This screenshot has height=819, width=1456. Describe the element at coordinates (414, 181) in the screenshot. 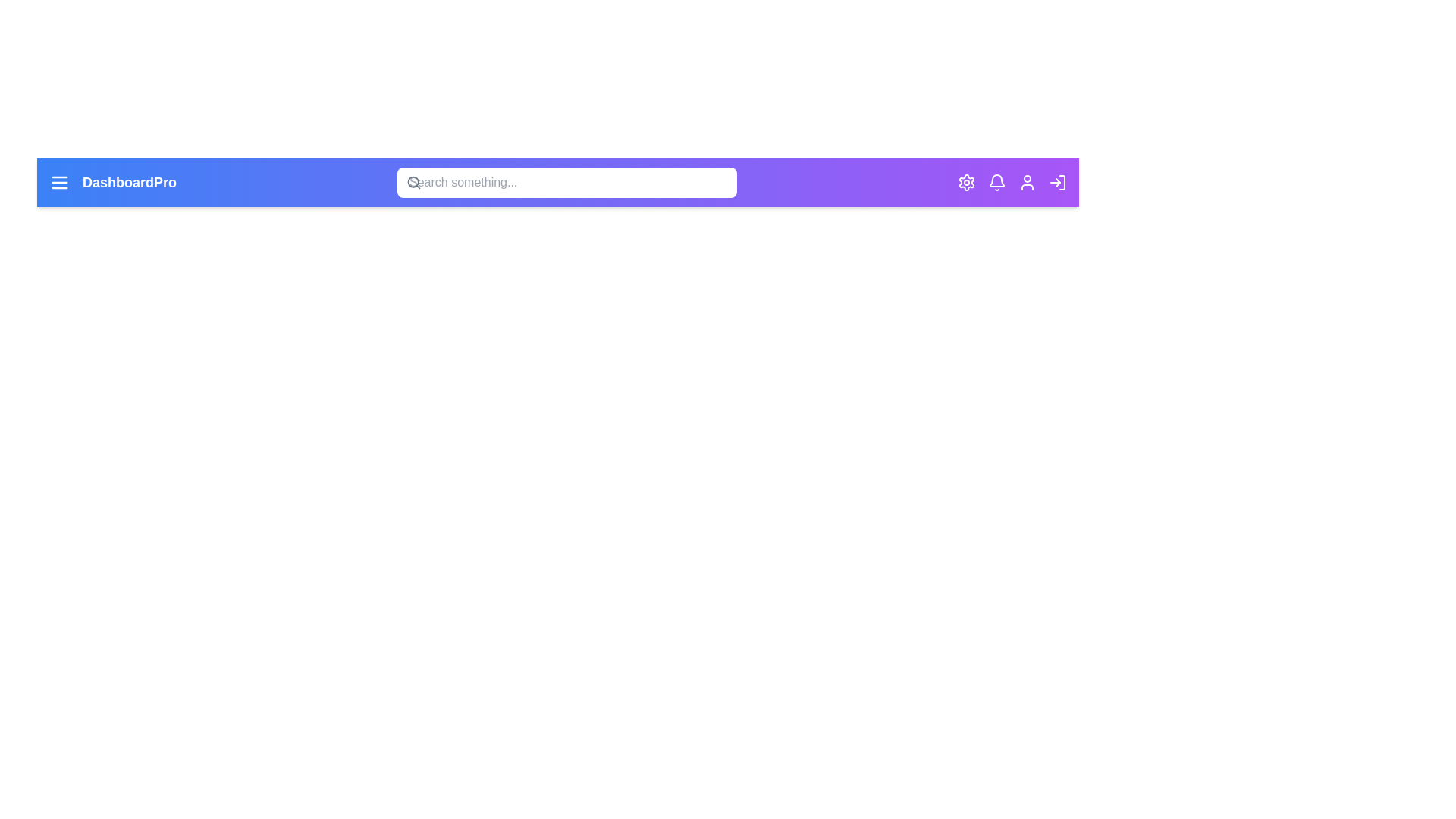

I see `the search icon to execute a search` at that location.